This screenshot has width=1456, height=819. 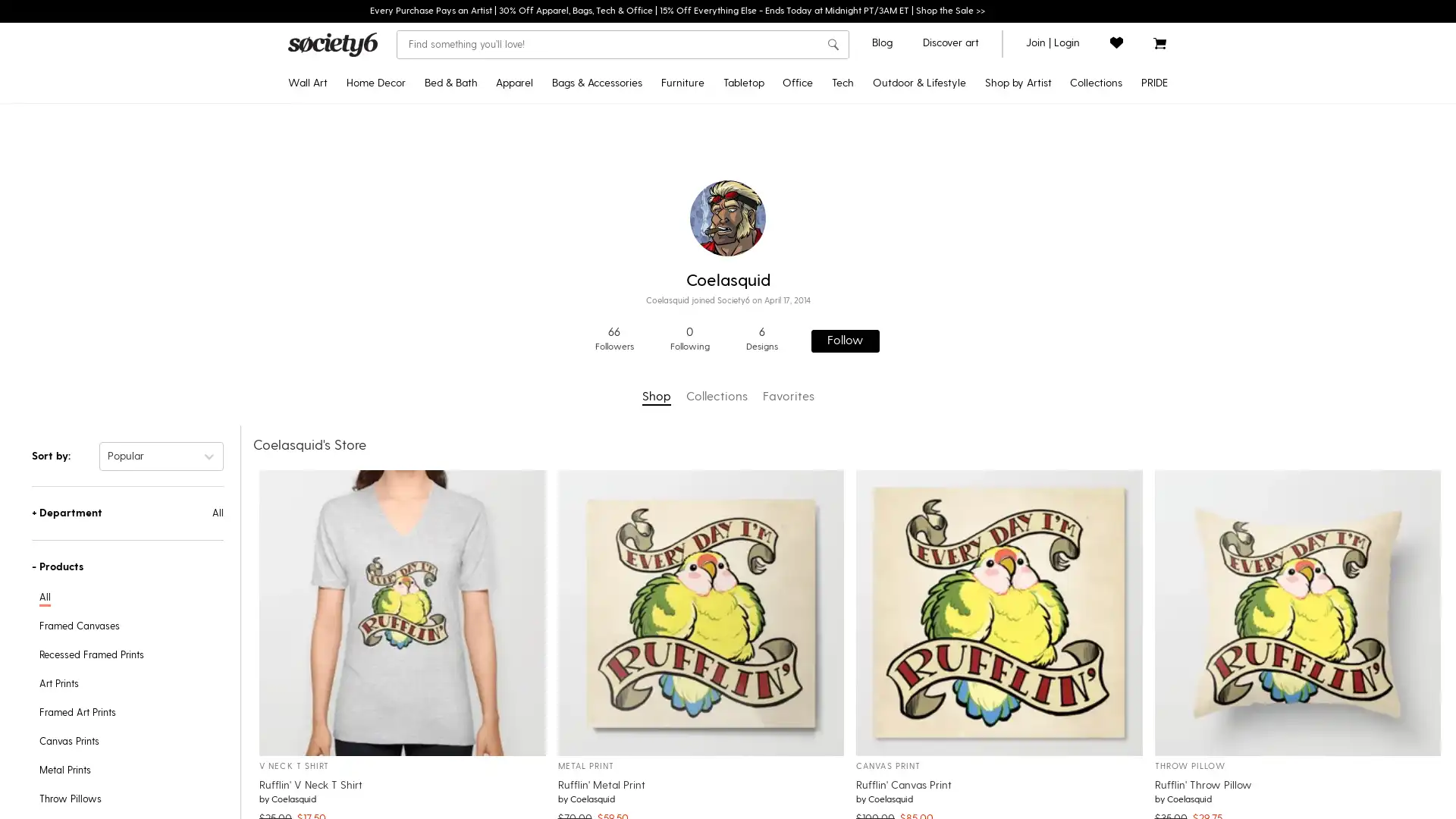 I want to click on Shop by Artist, so click(x=1018, y=83).